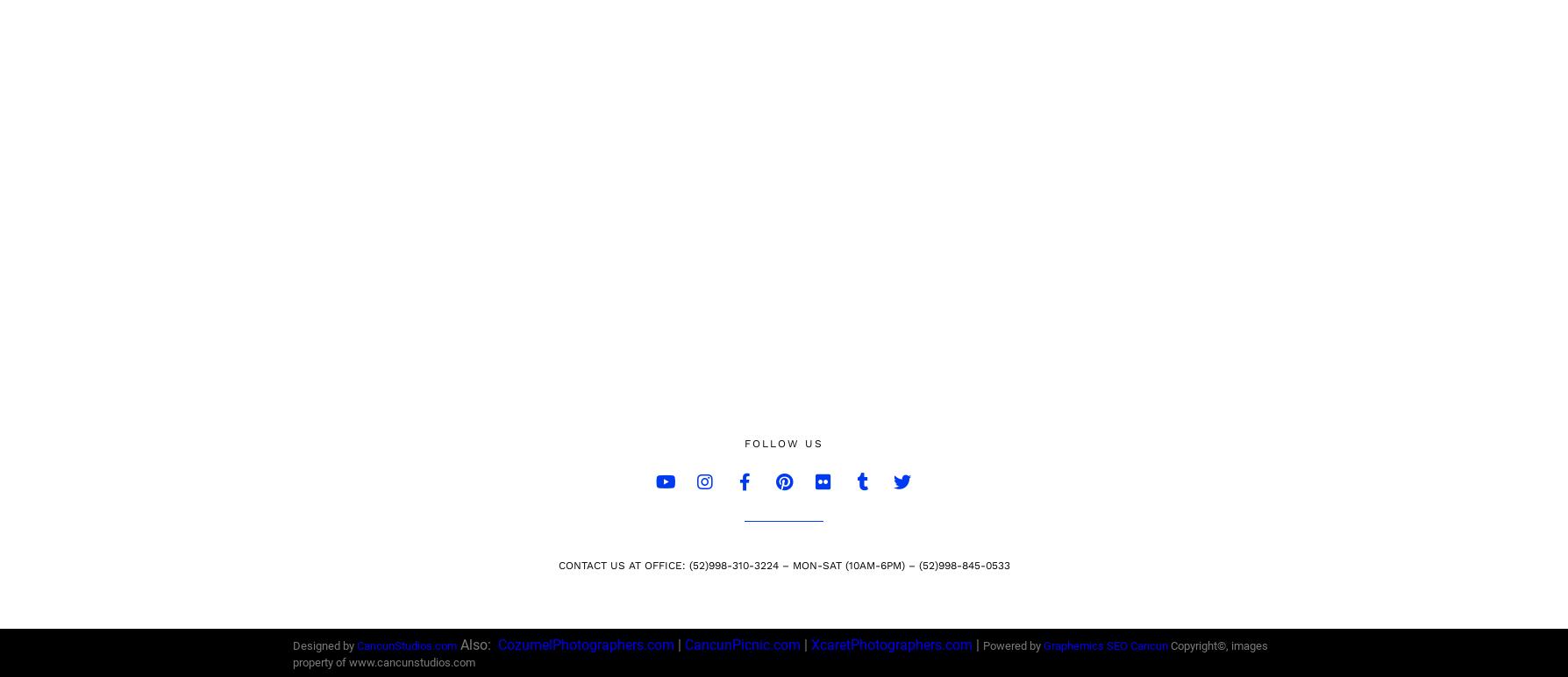  What do you see at coordinates (1012, 645) in the screenshot?
I see `'Powered by'` at bounding box center [1012, 645].